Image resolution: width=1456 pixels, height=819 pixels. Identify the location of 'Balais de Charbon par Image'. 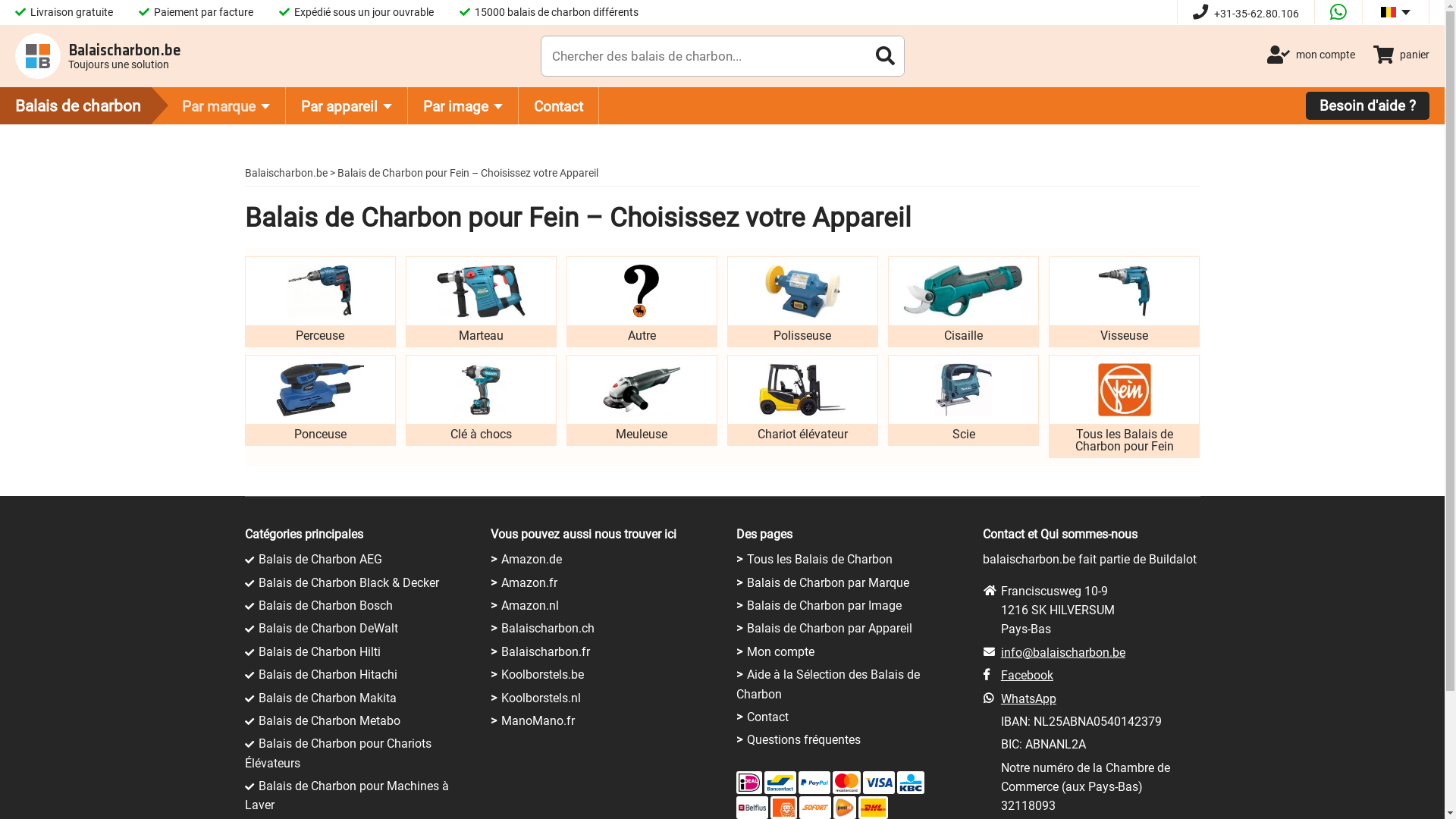
(823, 604).